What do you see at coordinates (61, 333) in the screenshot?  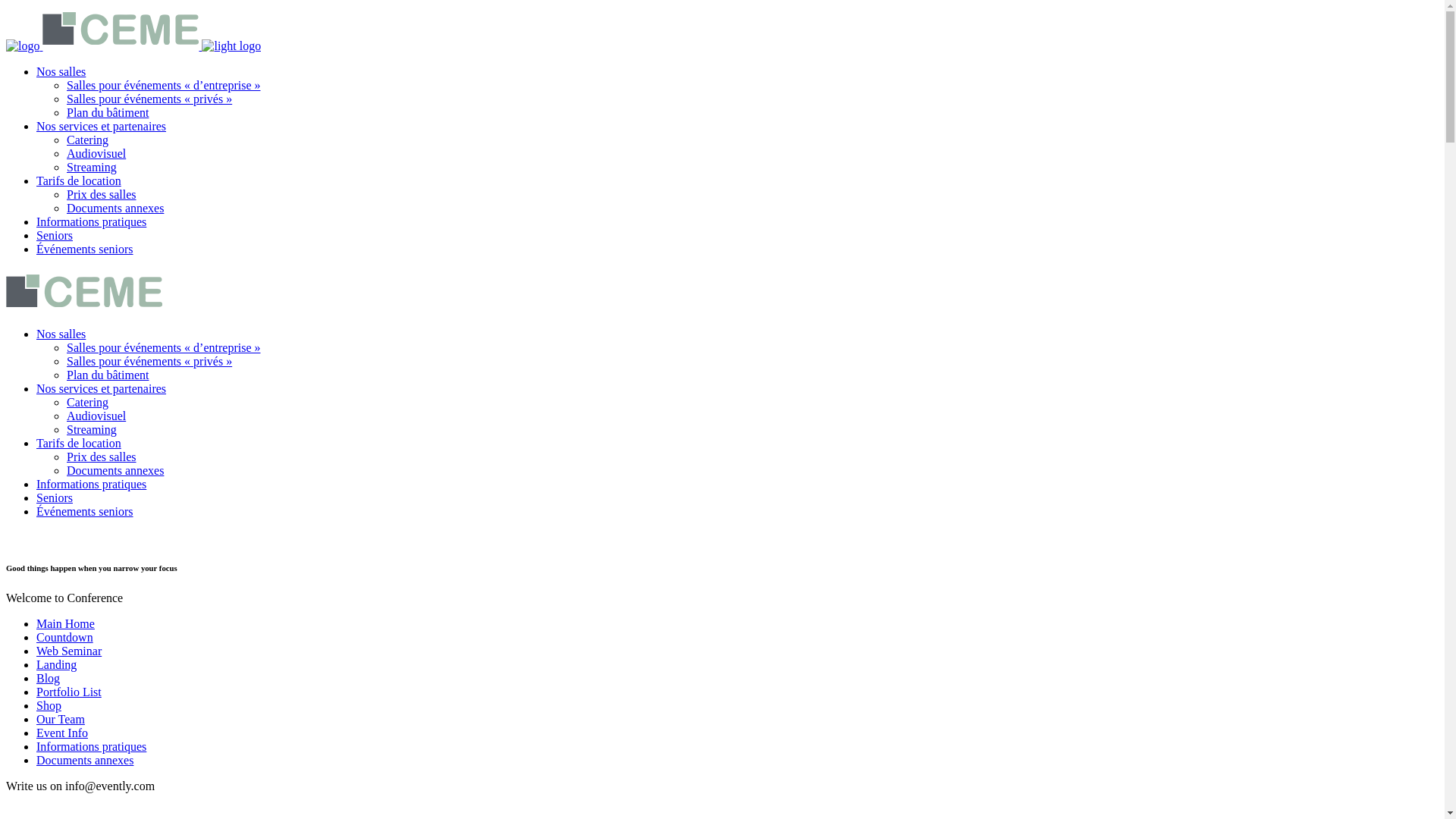 I see `'Nos salles'` at bounding box center [61, 333].